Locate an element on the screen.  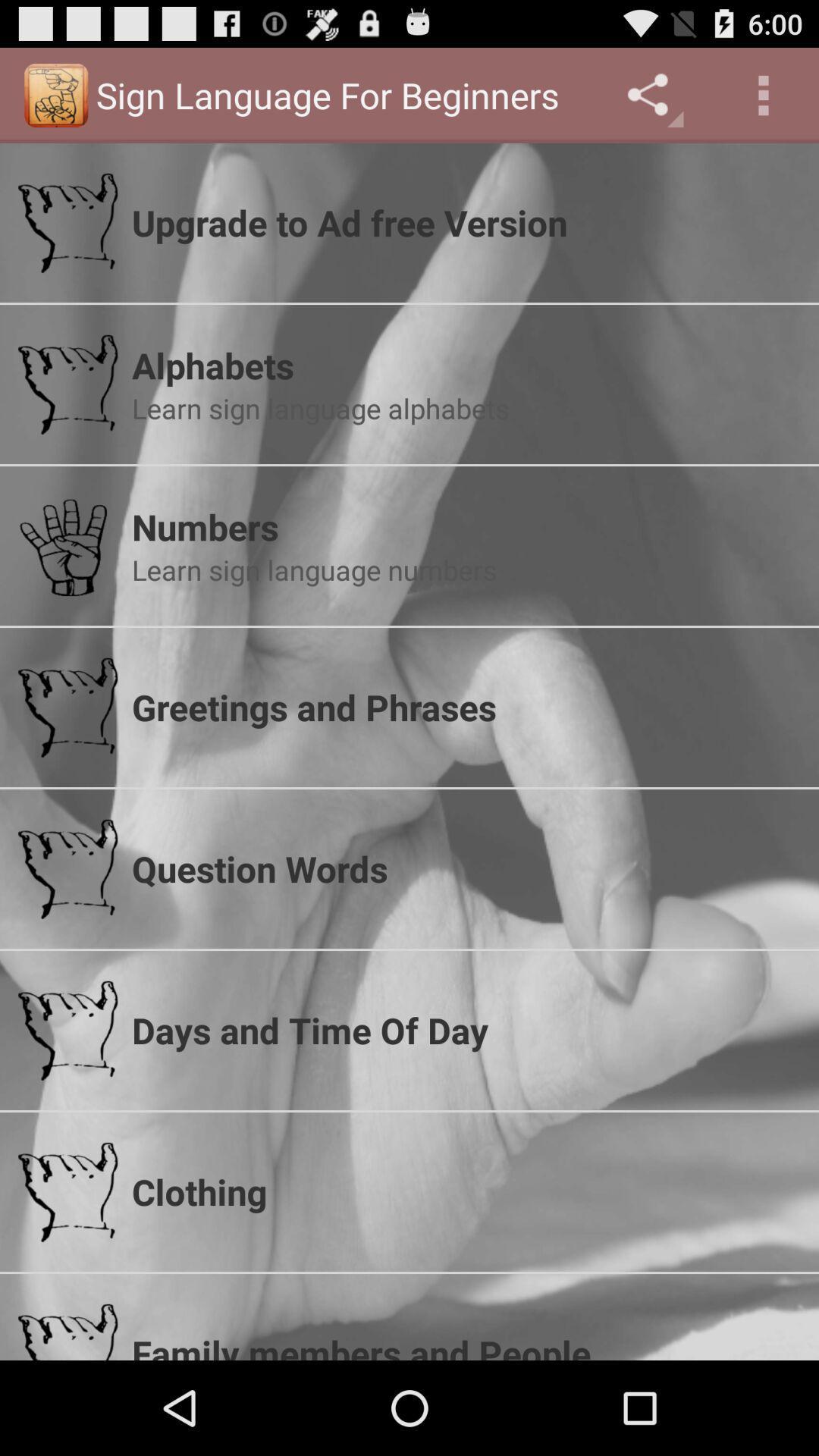
the question words icon is located at coordinates (465, 868).